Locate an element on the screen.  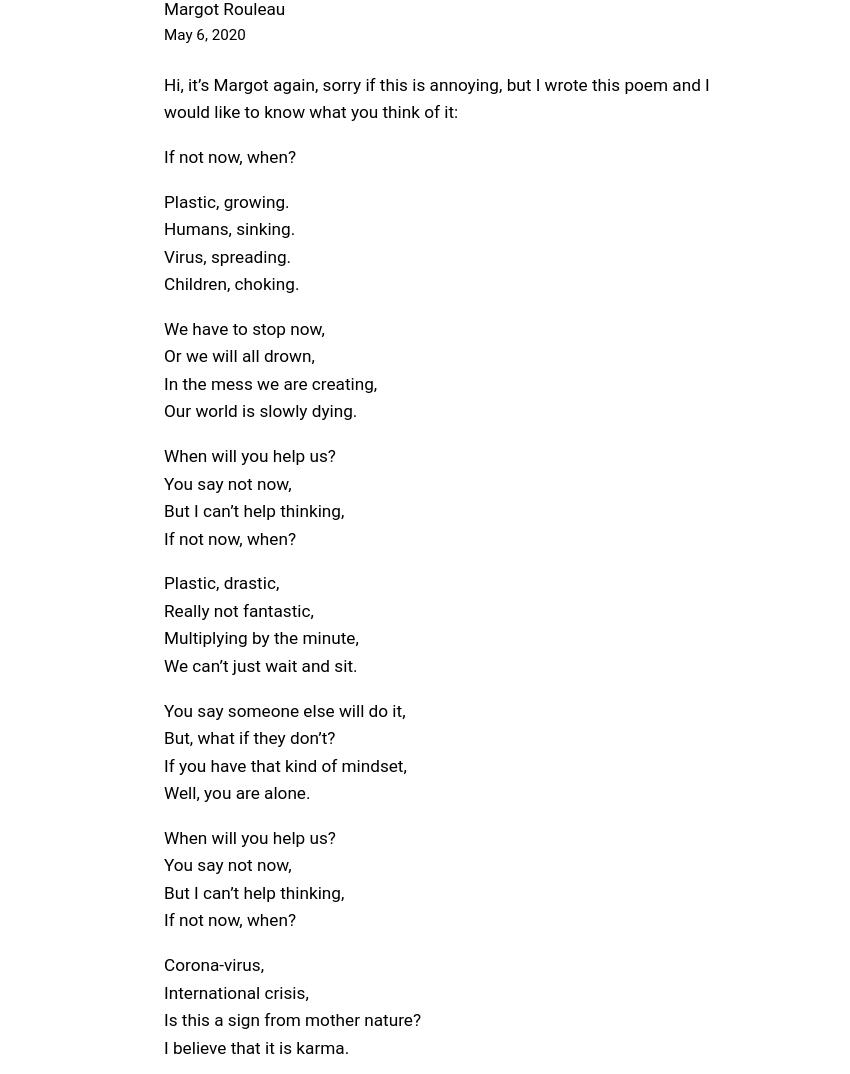
'Hi, it’s Margot again, sorry if this is annoying, but I wrote this poem and I would like to know what you think of it:' is located at coordinates (163, 97).